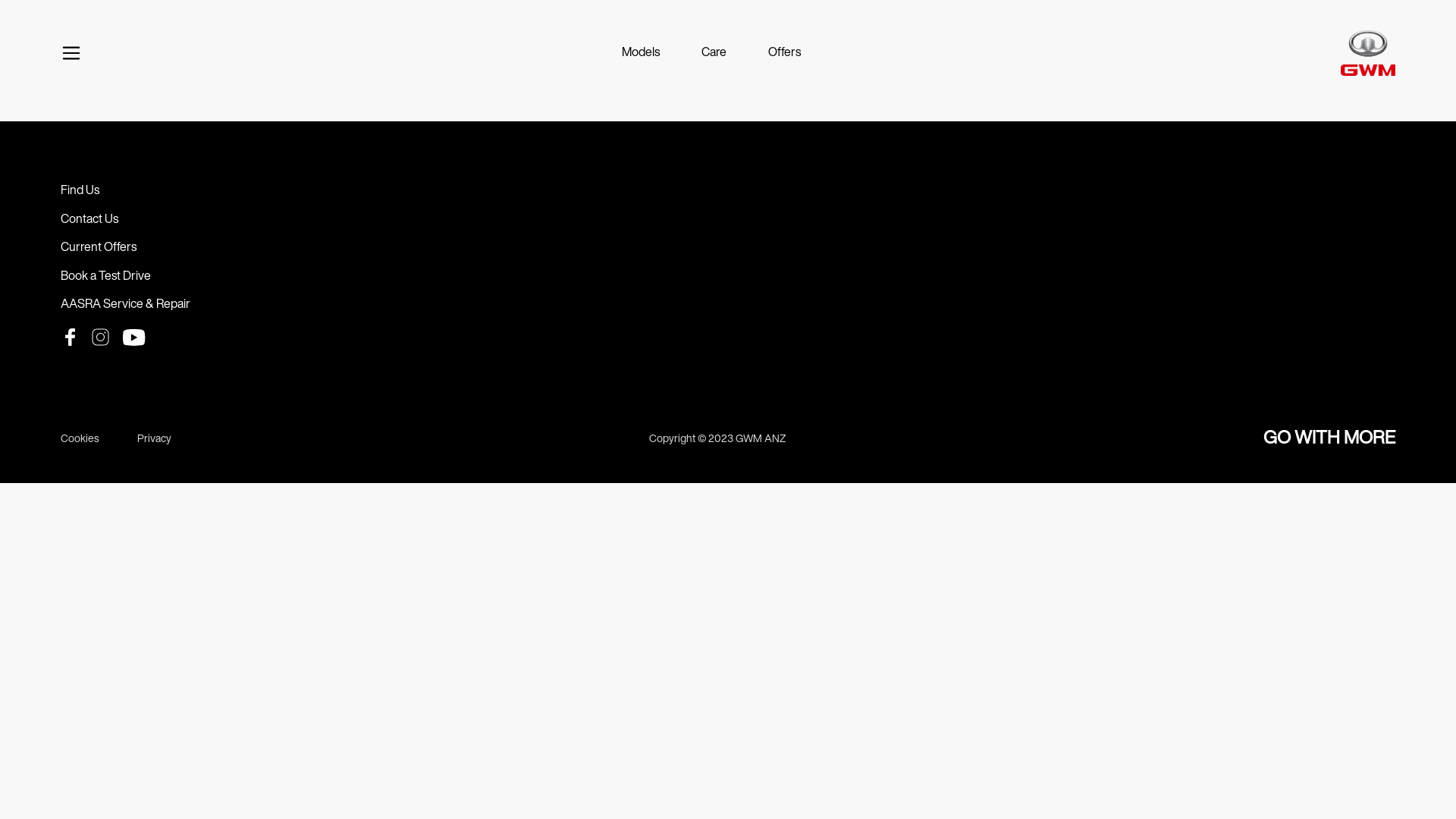  Describe the element at coordinates (79, 190) in the screenshot. I see `'Find Us'` at that location.